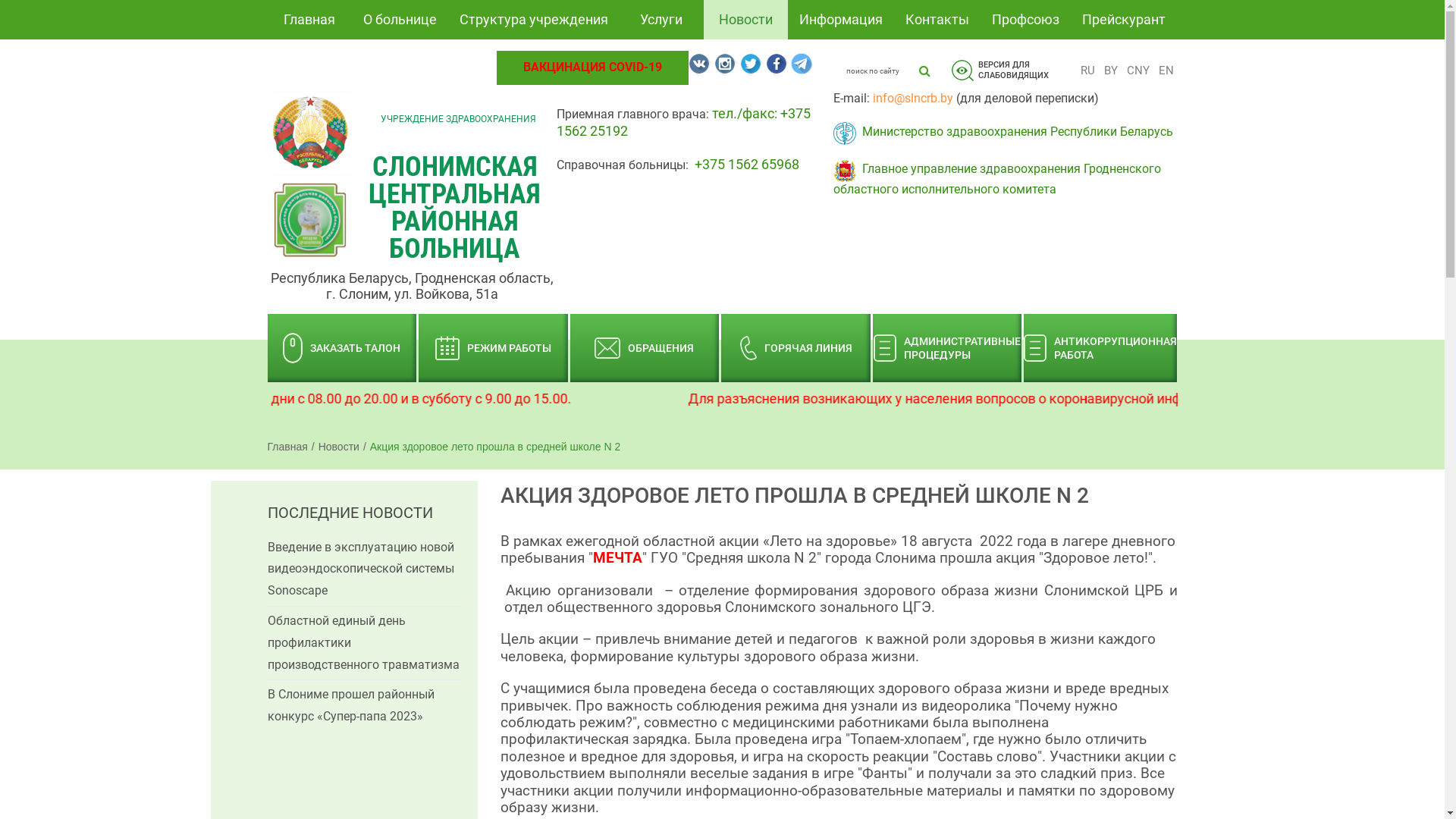 The height and width of the screenshot is (819, 1456). Describe the element at coordinates (1164, 70) in the screenshot. I see `'EN'` at that location.